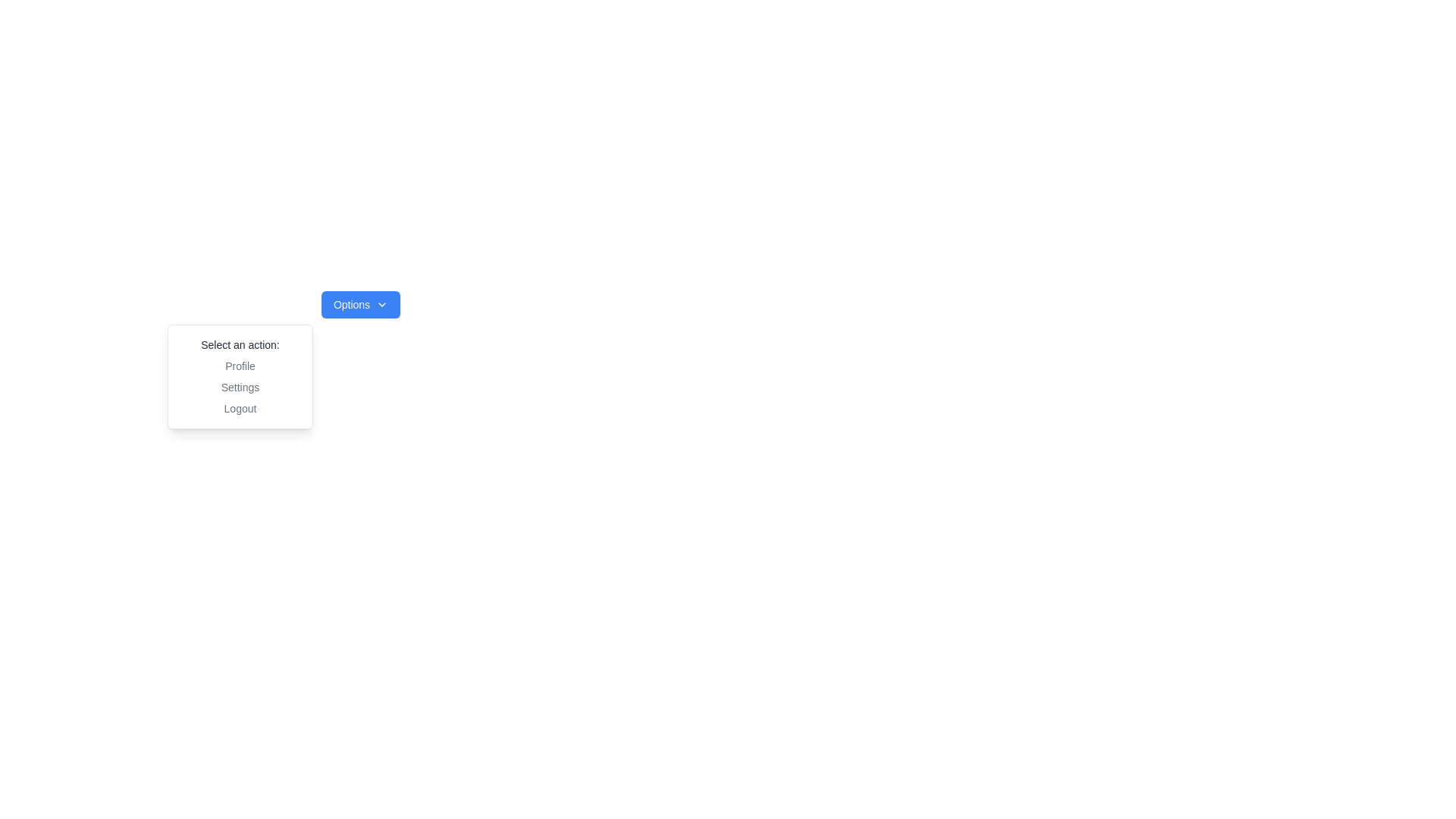  What do you see at coordinates (239, 386) in the screenshot?
I see `the 'Settings' interactive text` at bounding box center [239, 386].